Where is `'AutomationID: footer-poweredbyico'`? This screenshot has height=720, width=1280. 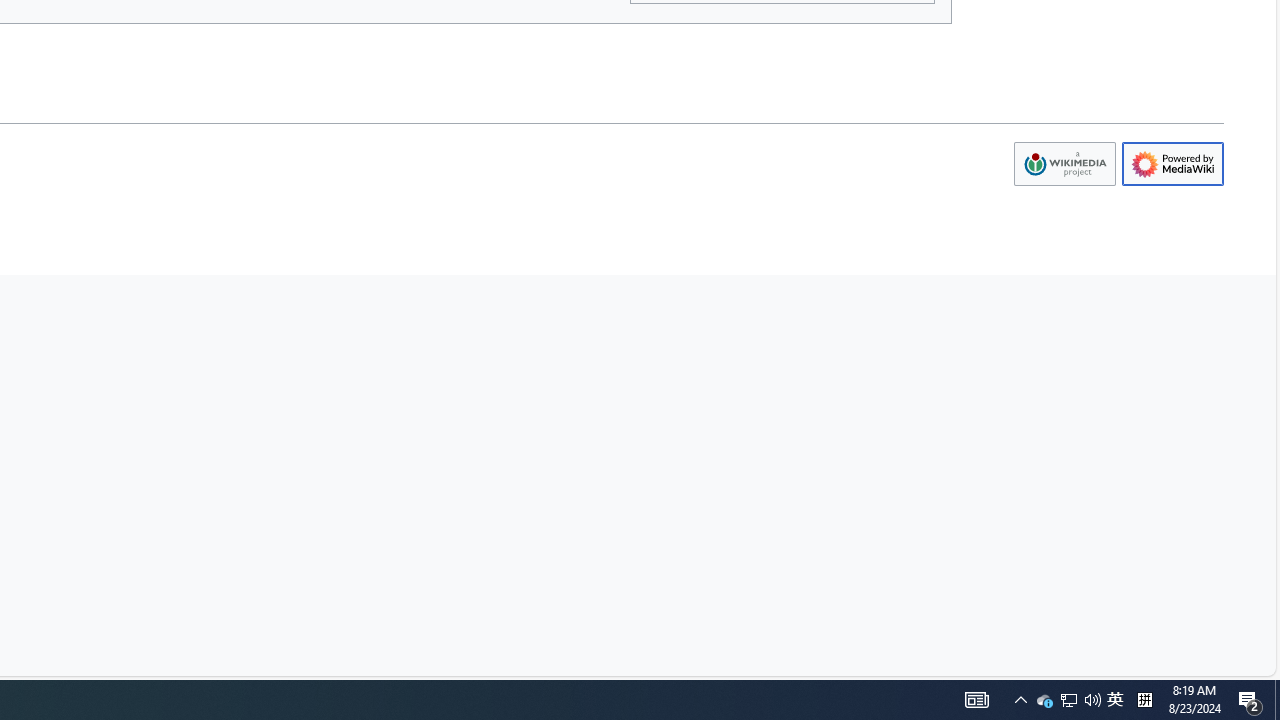
'AutomationID: footer-poweredbyico' is located at coordinates (1173, 163).